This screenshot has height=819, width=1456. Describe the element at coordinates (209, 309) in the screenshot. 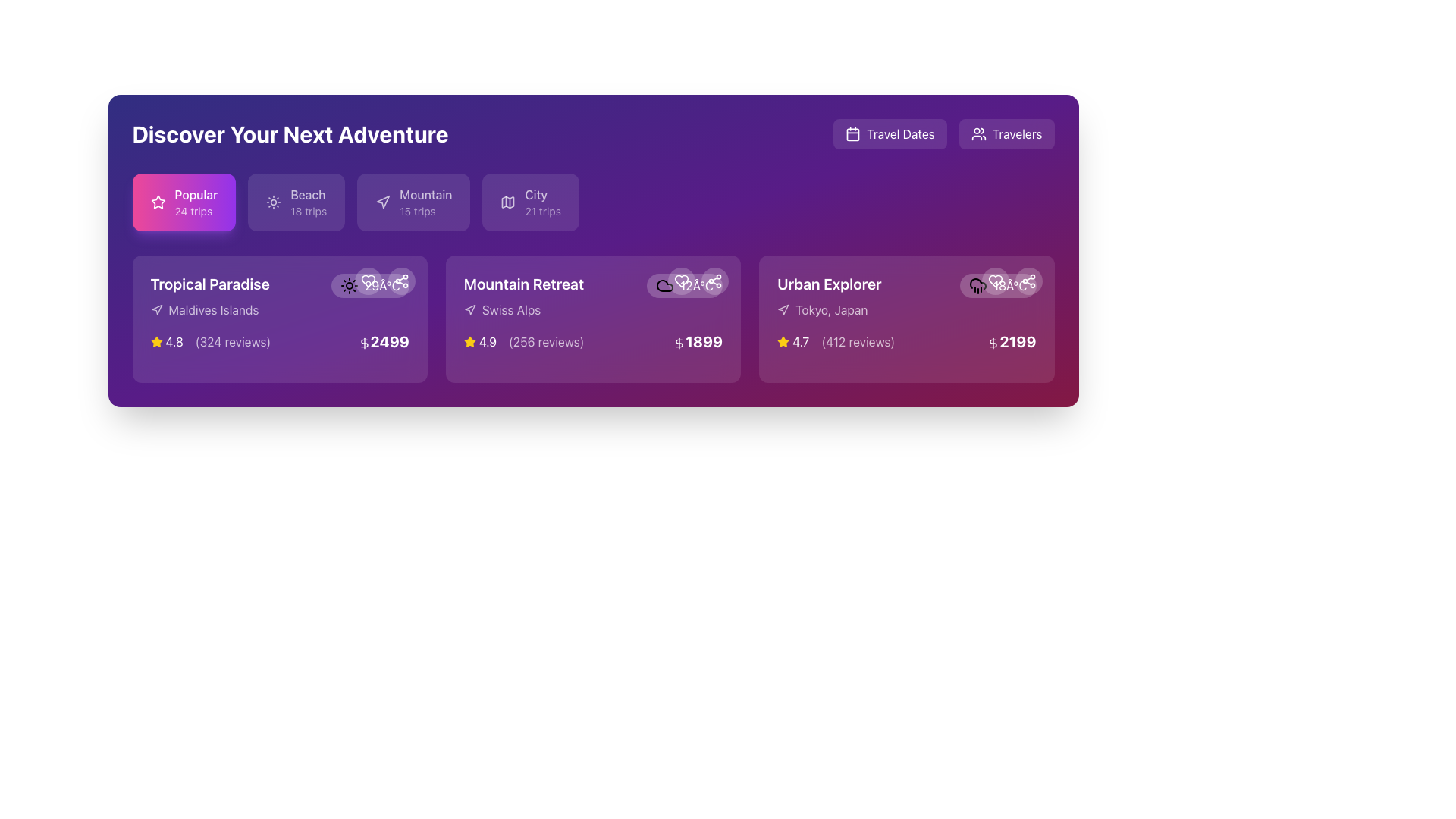

I see `text indicating the destination 'Maldives Islands' associated with the 'Tropical Paradise' card located beneath the title in the first card of the 'Discover Your Next Adventure' section` at that location.